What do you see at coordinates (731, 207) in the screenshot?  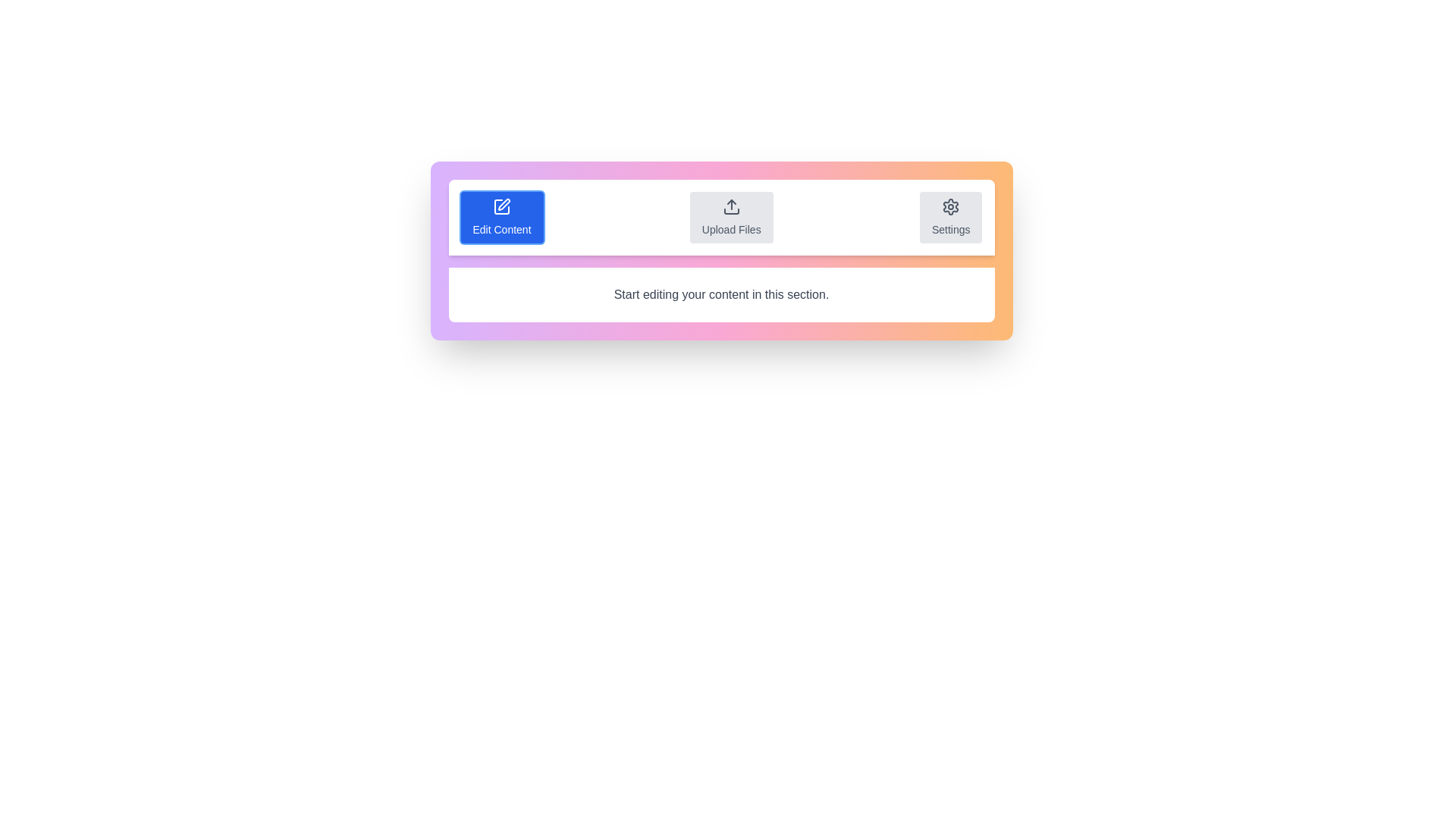 I see `the upload icon, which is a monochrome gray scale icon with an upward pointing arrow, located at the center of the 'Upload Files' block, to initiate the file upload` at bounding box center [731, 207].